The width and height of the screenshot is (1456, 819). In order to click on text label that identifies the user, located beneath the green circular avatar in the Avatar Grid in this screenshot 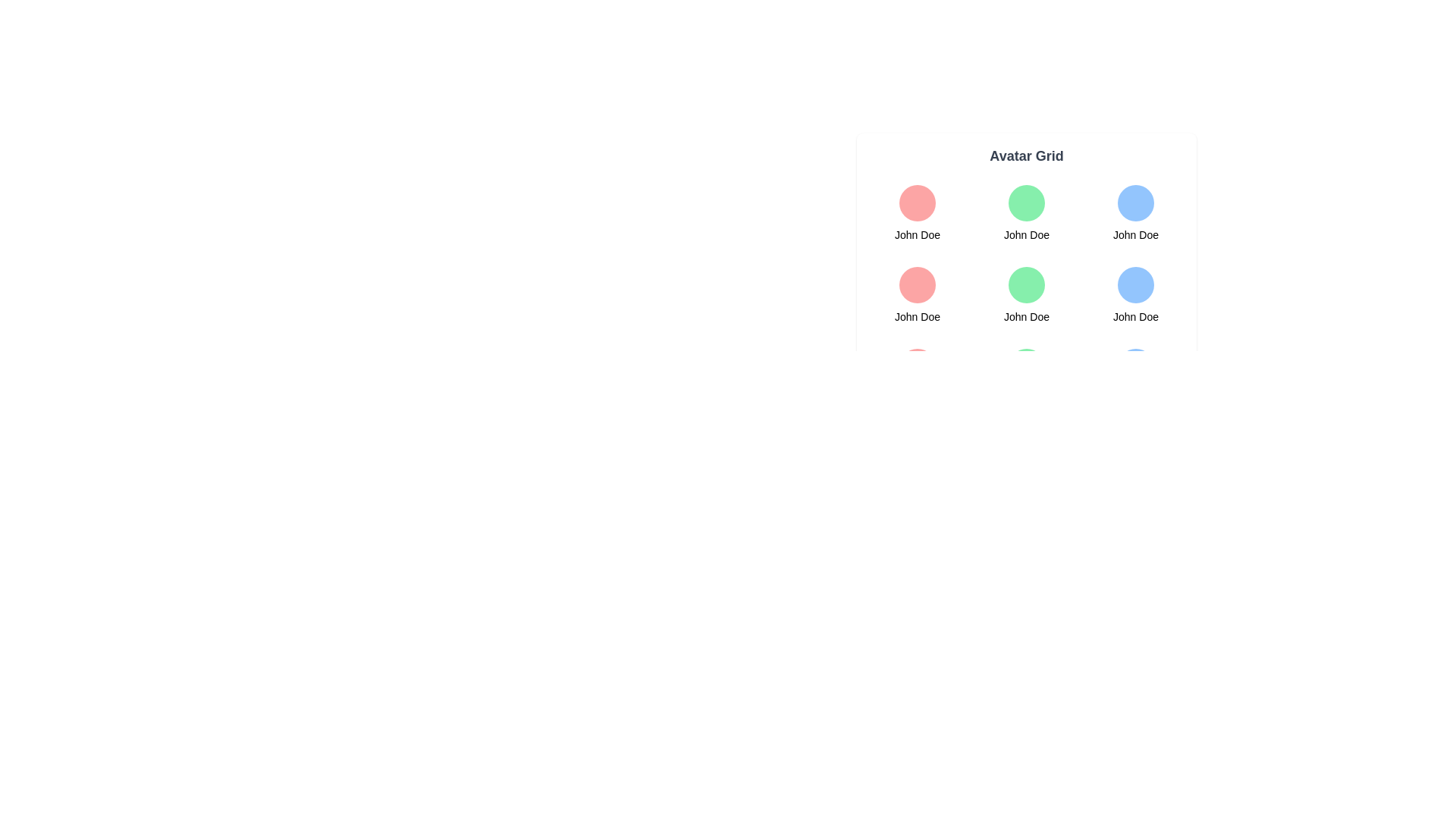, I will do `click(1026, 315)`.